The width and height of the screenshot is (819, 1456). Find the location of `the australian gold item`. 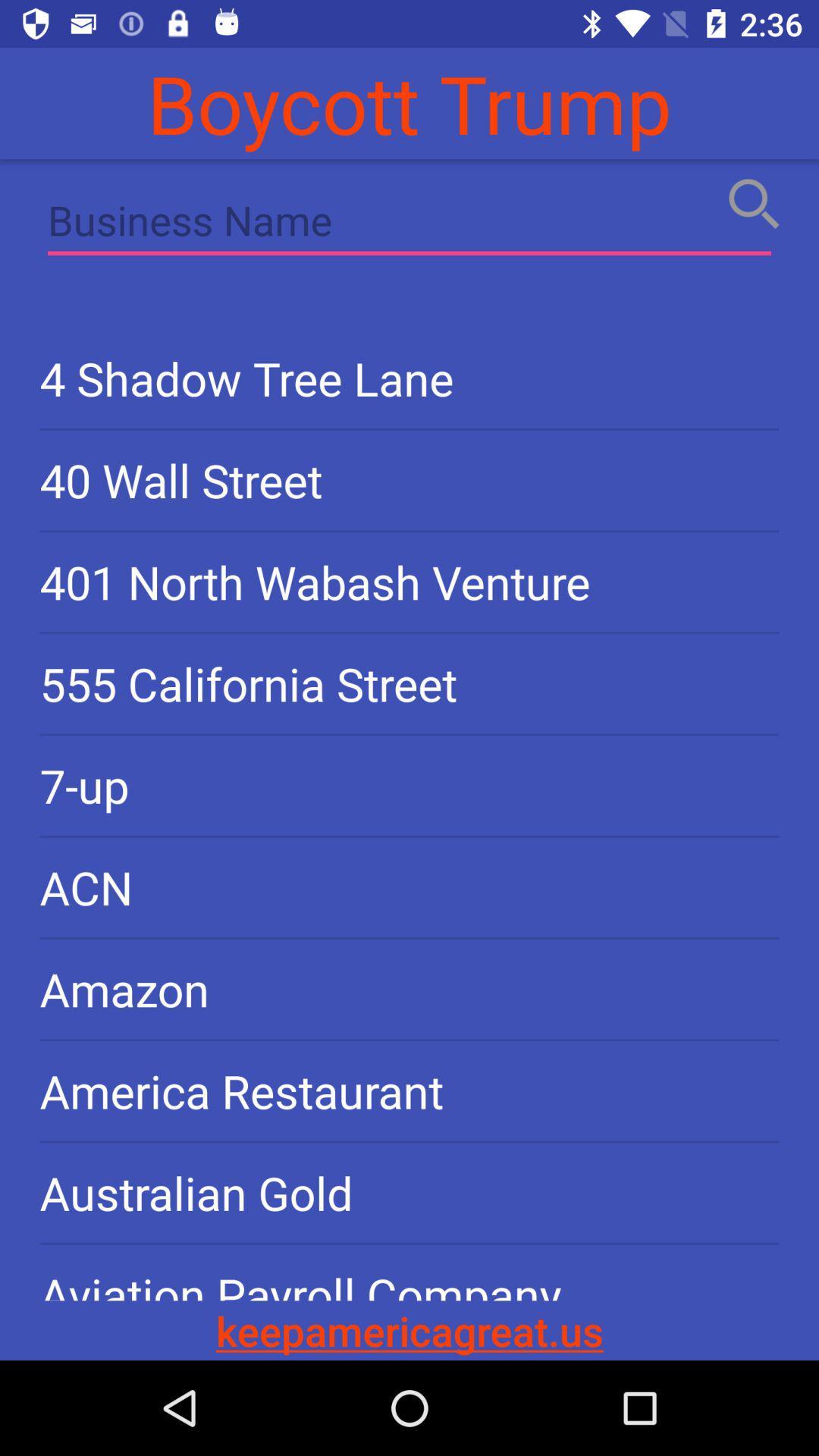

the australian gold item is located at coordinates (409, 1192).